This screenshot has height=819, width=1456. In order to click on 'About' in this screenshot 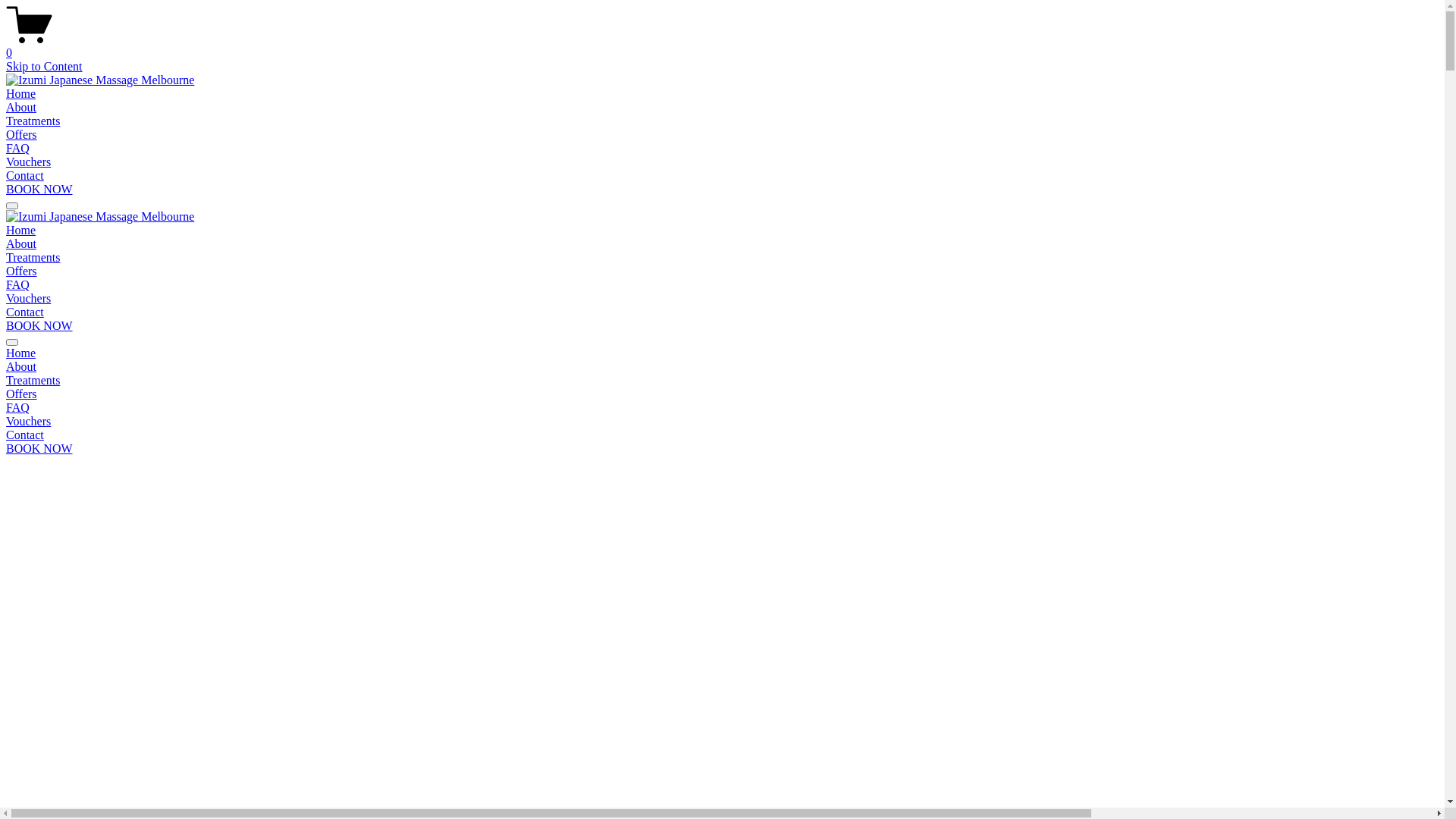, I will do `click(6, 366)`.